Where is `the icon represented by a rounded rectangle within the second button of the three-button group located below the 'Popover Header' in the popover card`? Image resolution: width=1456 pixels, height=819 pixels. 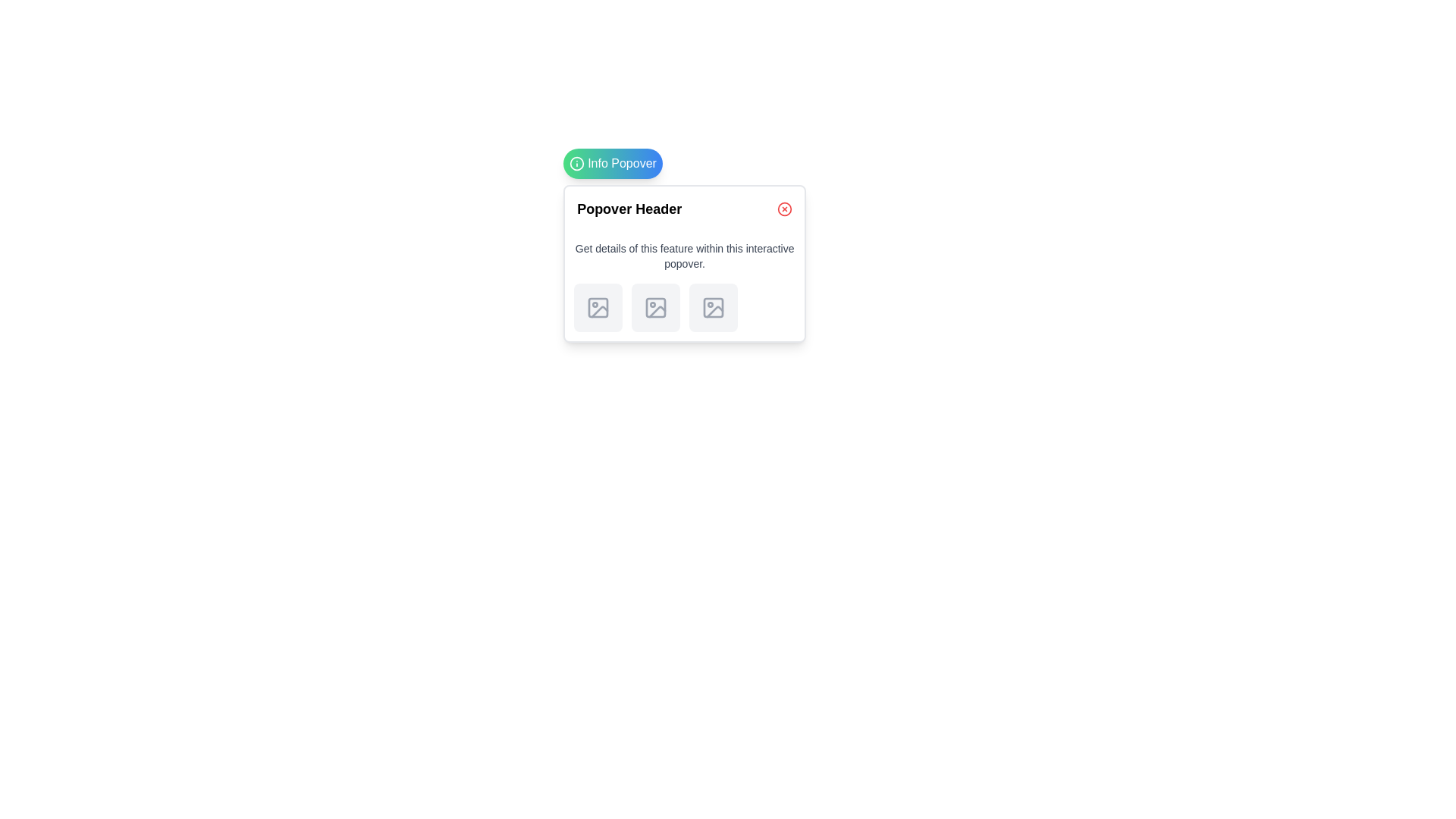 the icon represented by a rounded rectangle within the second button of the three-button group located below the 'Popover Header' in the popover card is located at coordinates (655, 307).